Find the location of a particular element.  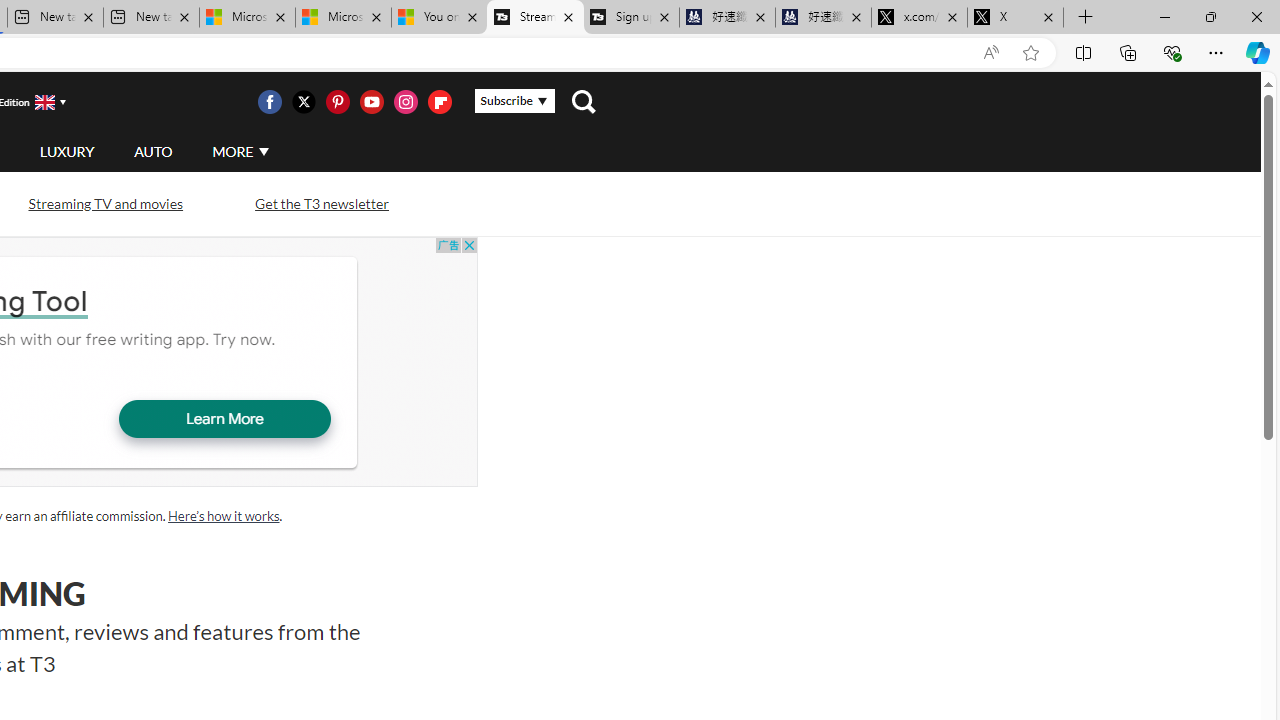

'Visit us on Facebook' is located at coordinates (268, 101).